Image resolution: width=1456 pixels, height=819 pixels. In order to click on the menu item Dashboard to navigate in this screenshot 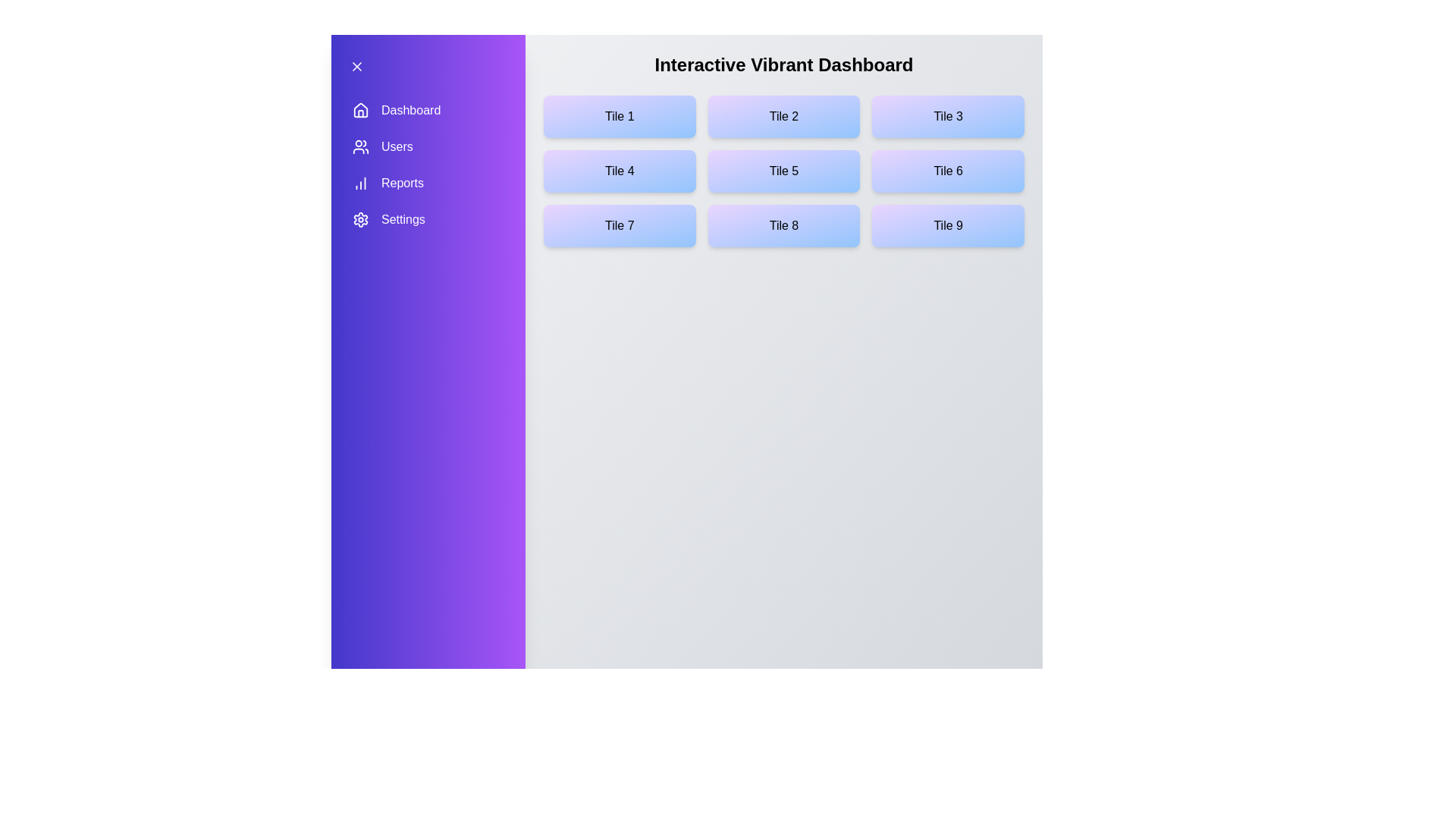, I will do `click(428, 110)`.